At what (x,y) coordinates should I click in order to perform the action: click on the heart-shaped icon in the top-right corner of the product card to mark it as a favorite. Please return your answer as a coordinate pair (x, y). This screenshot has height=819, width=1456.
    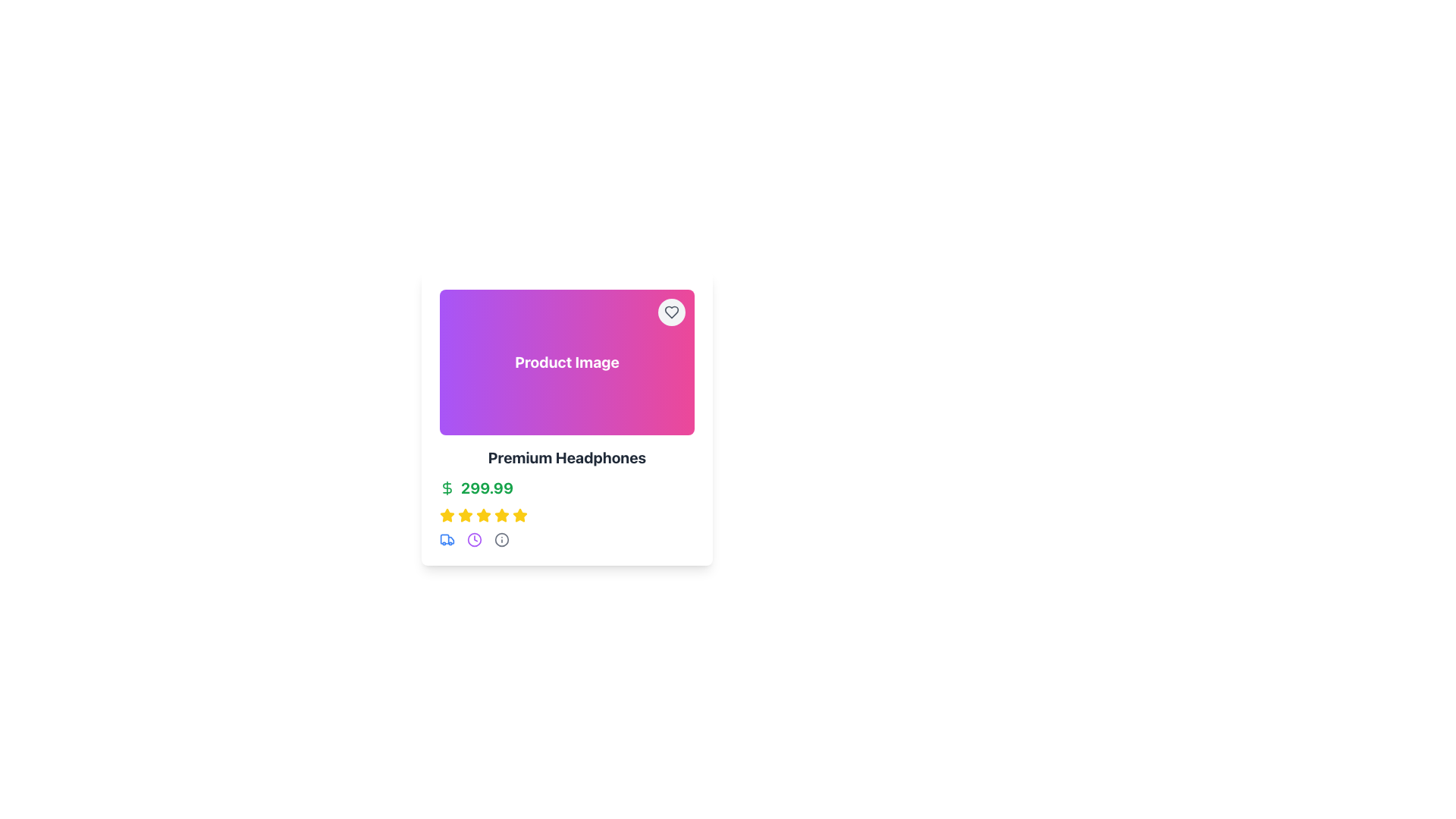
    Looking at the image, I should click on (671, 312).